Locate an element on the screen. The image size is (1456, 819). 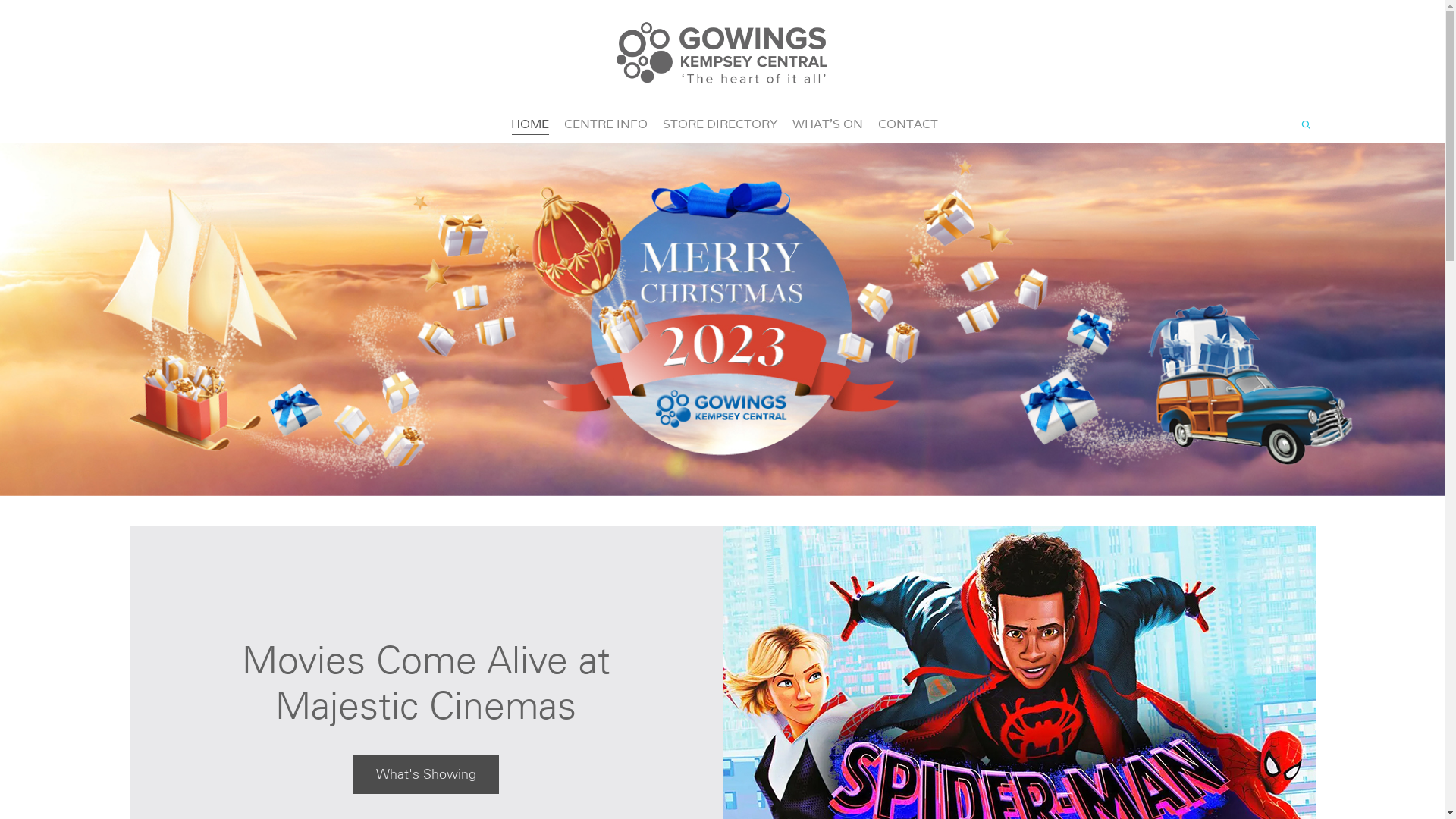
'CONTACT' is located at coordinates (908, 124).